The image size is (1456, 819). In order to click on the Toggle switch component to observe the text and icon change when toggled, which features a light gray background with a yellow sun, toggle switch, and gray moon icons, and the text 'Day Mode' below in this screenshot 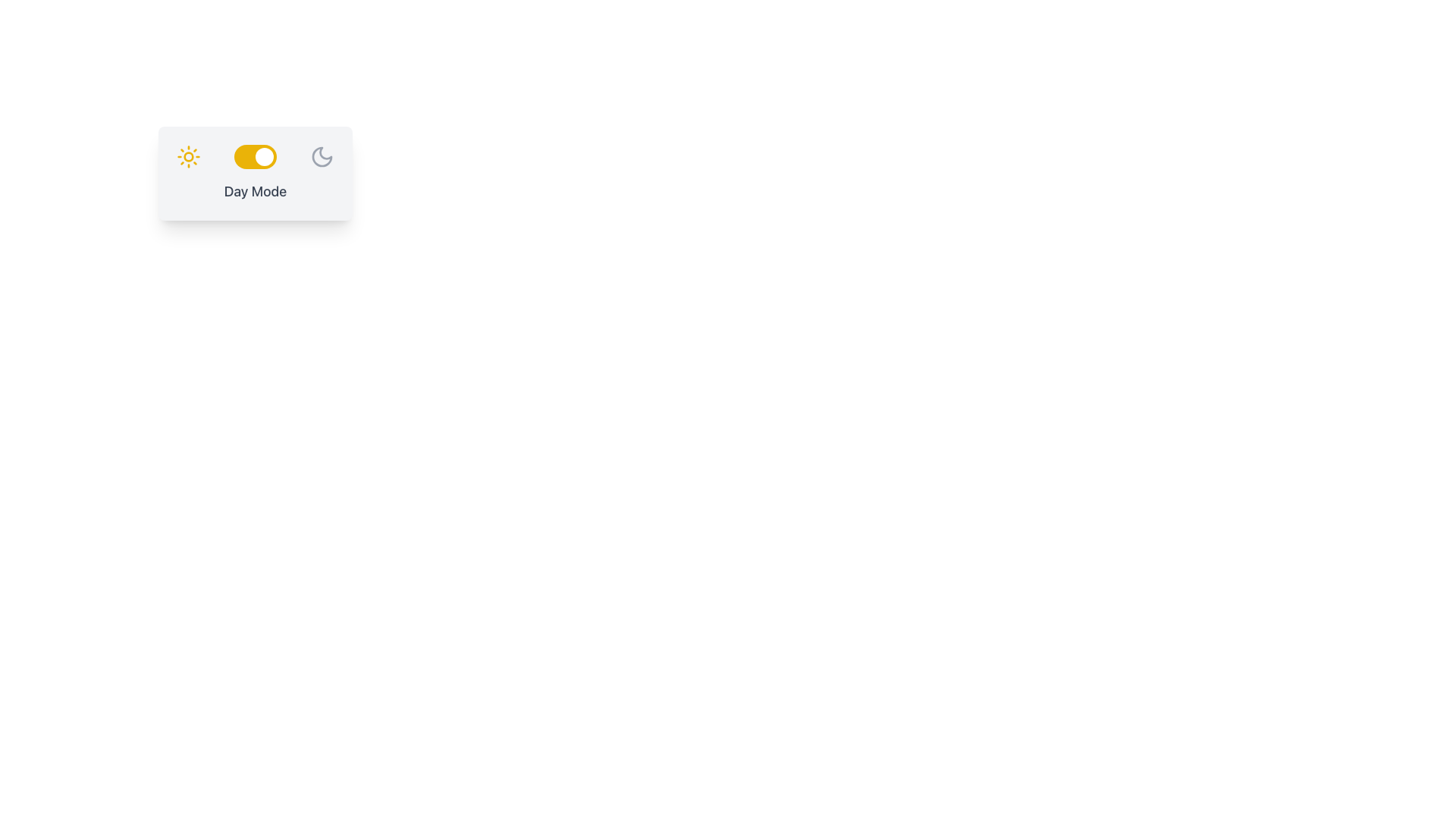, I will do `click(255, 172)`.